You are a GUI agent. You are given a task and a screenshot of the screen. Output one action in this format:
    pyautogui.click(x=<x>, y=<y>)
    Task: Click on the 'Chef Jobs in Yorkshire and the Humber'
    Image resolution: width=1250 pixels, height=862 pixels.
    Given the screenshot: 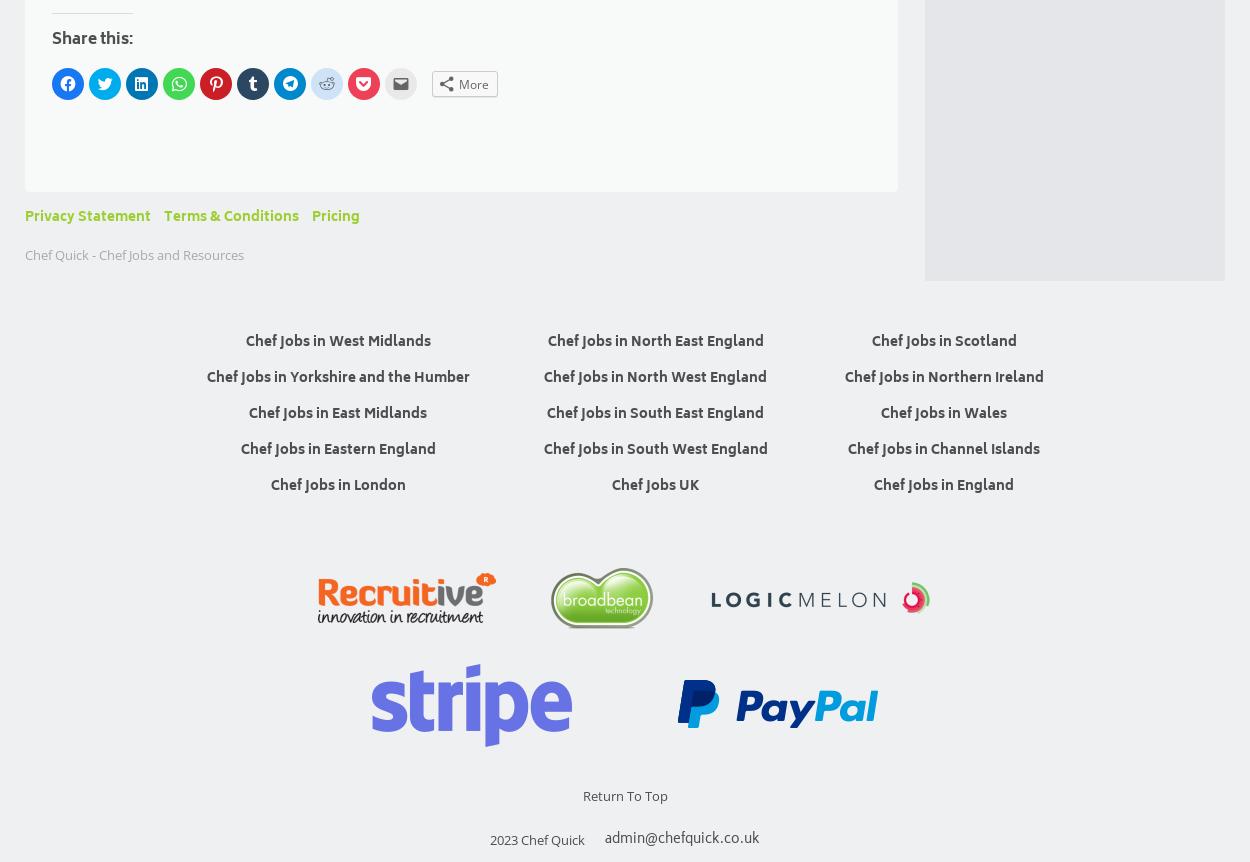 What is the action you would take?
    pyautogui.click(x=336, y=377)
    